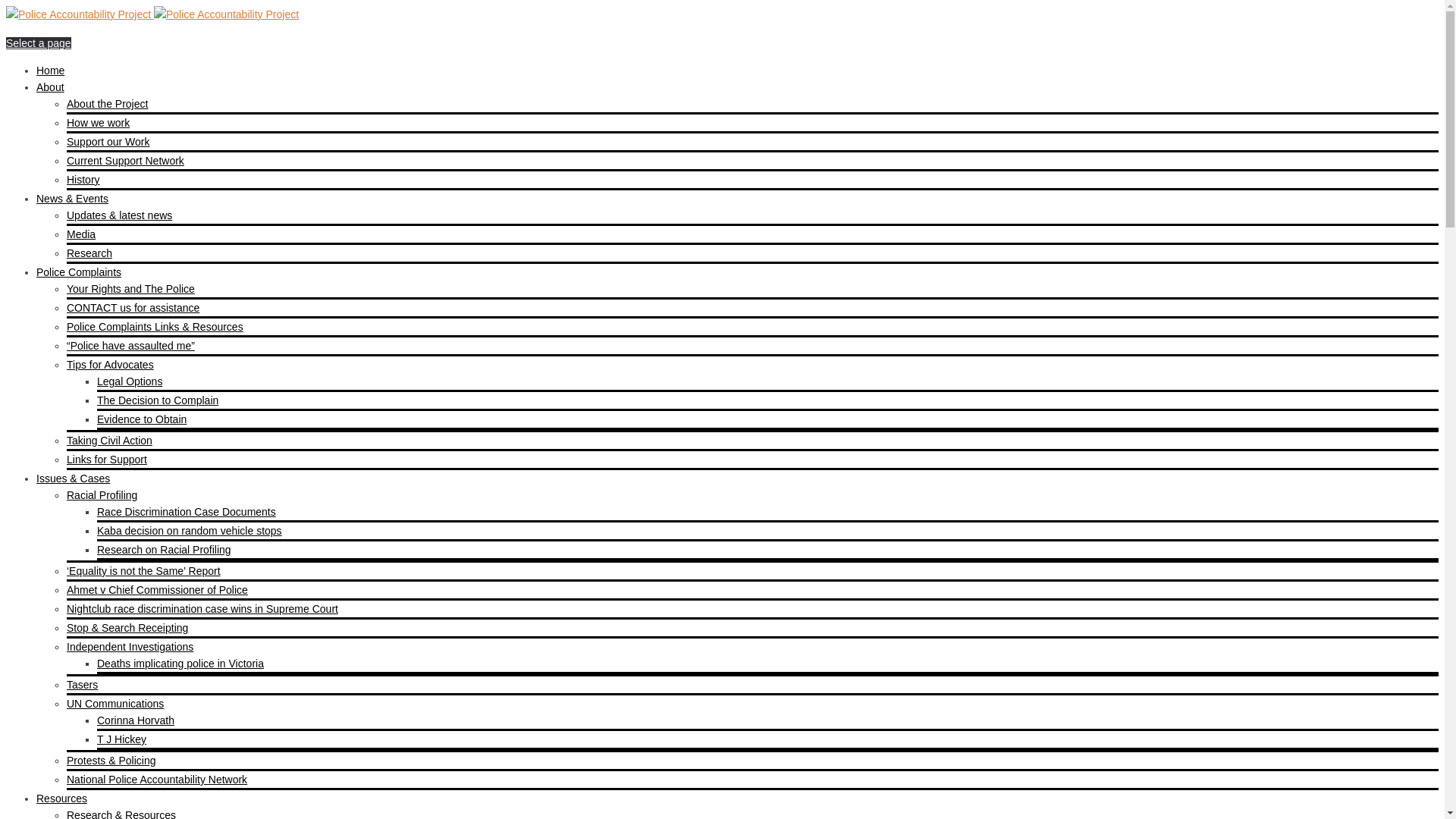 The image size is (1456, 819). I want to click on 'National Police Accountability Network', so click(156, 780).